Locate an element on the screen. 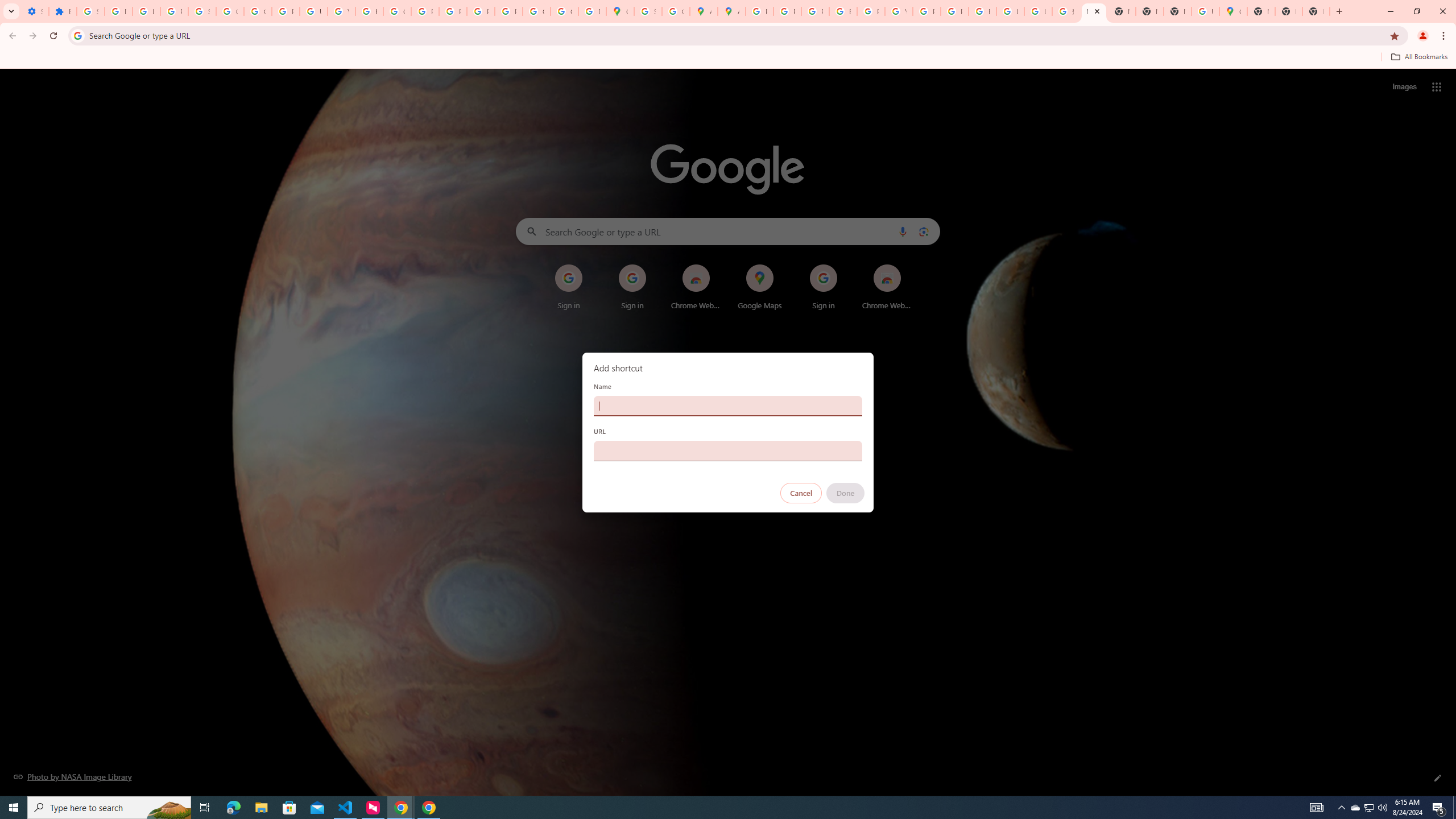 This screenshot has height=819, width=1456. 'Learn how to find your photos - Google Photos Help' is located at coordinates (146, 11).